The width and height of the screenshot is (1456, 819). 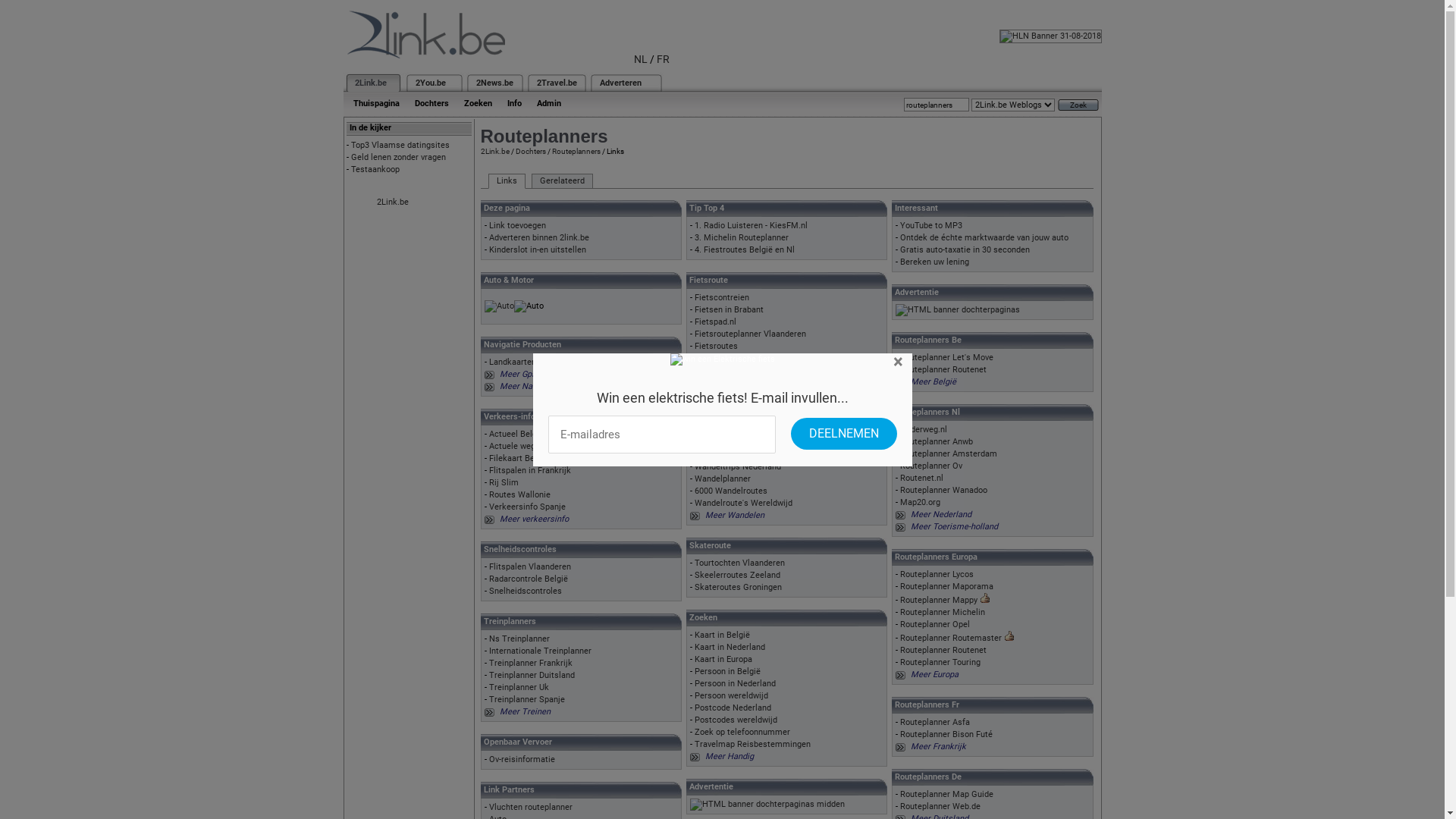 What do you see at coordinates (694, 453) in the screenshot?
I see `'Wandelroutes Nederland'` at bounding box center [694, 453].